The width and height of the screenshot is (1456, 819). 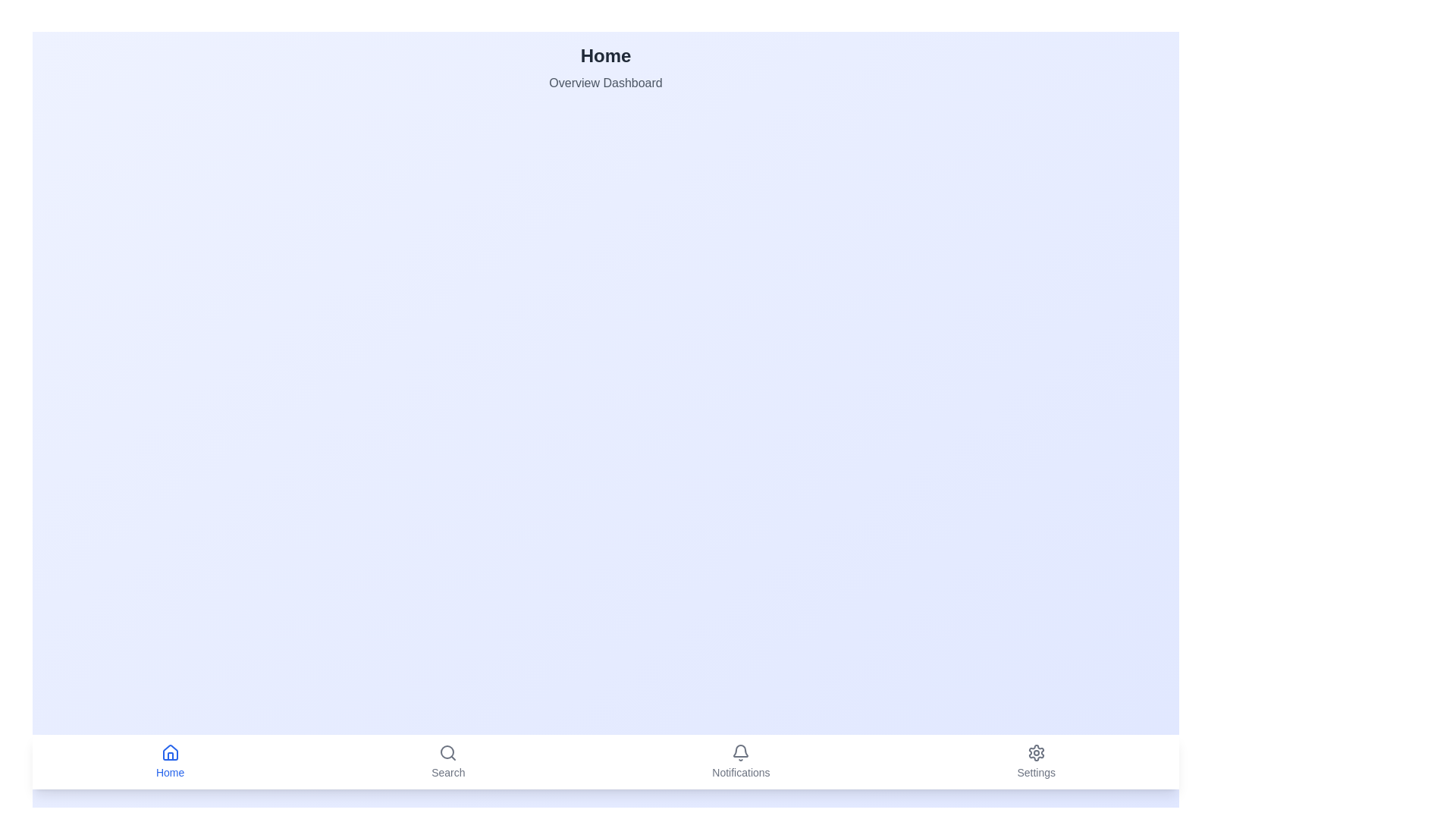 I want to click on the Settings tab in the bottom navigation bar to view its title and description, so click(x=1035, y=762).